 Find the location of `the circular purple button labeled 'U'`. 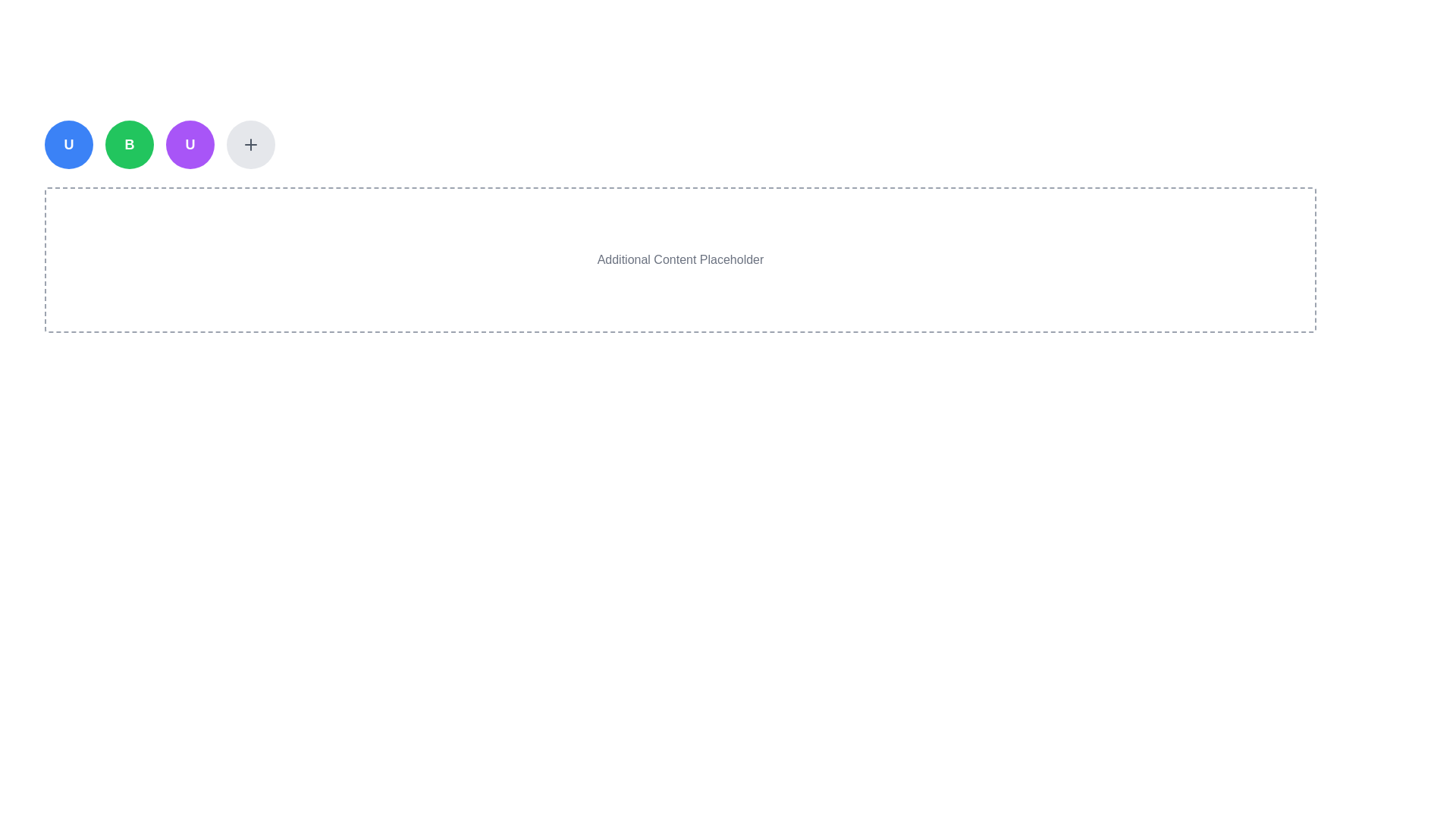

the circular purple button labeled 'U' is located at coordinates (189, 189).